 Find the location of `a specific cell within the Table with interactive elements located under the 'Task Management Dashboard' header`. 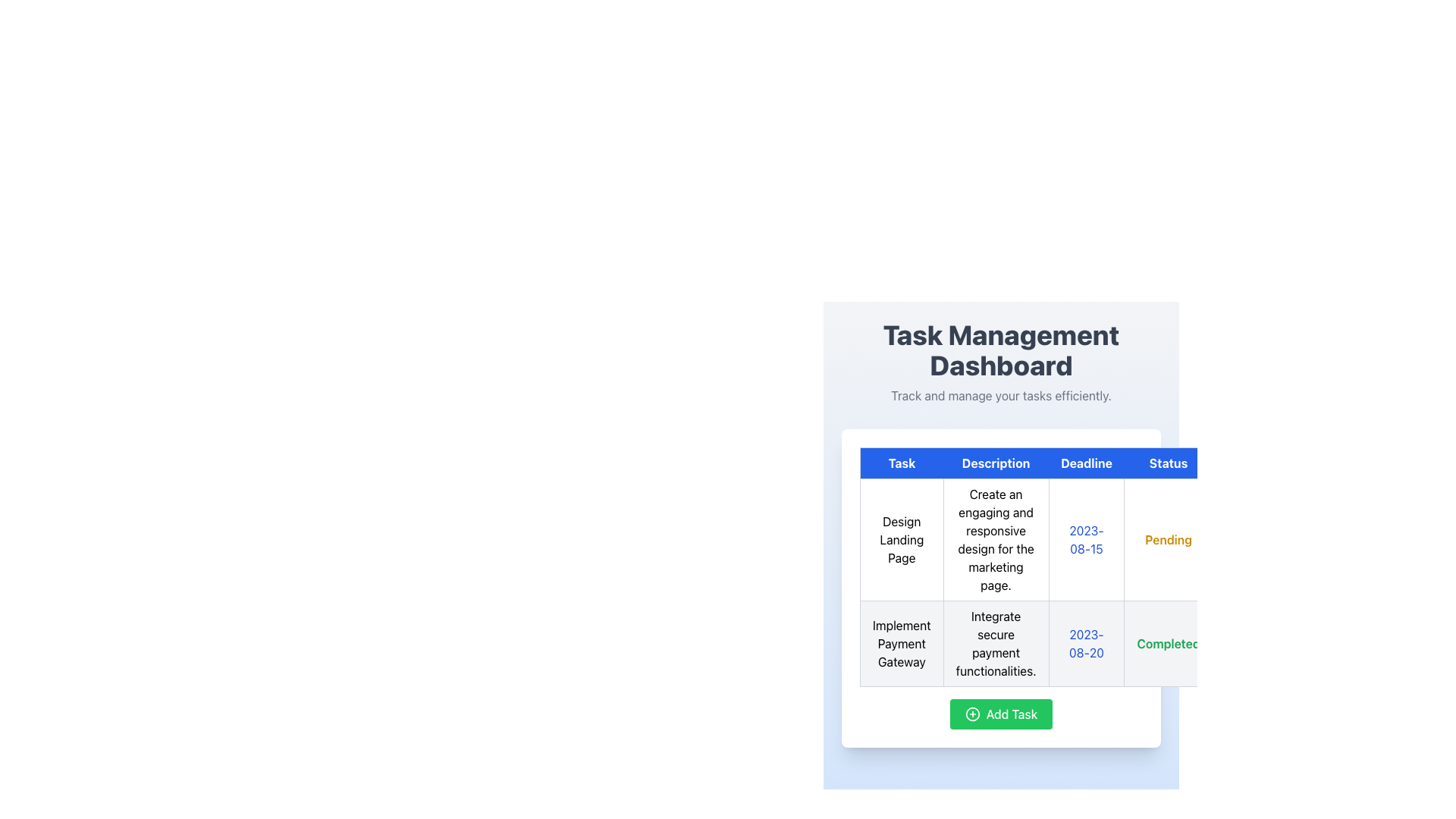

a specific cell within the Table with interactive elements located under the 'Task Management Dashboard' header is located at coordinates (1001, 587).